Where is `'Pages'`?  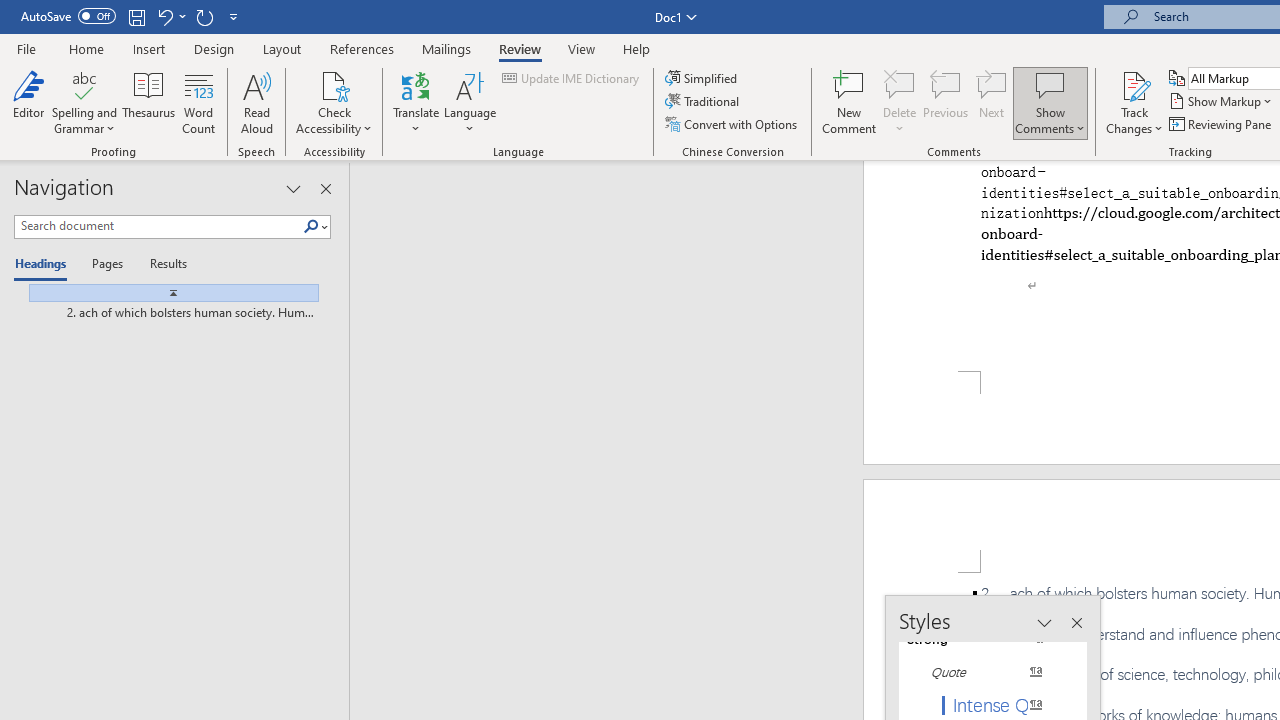
'Pages' is located at coordinates (104, 264).